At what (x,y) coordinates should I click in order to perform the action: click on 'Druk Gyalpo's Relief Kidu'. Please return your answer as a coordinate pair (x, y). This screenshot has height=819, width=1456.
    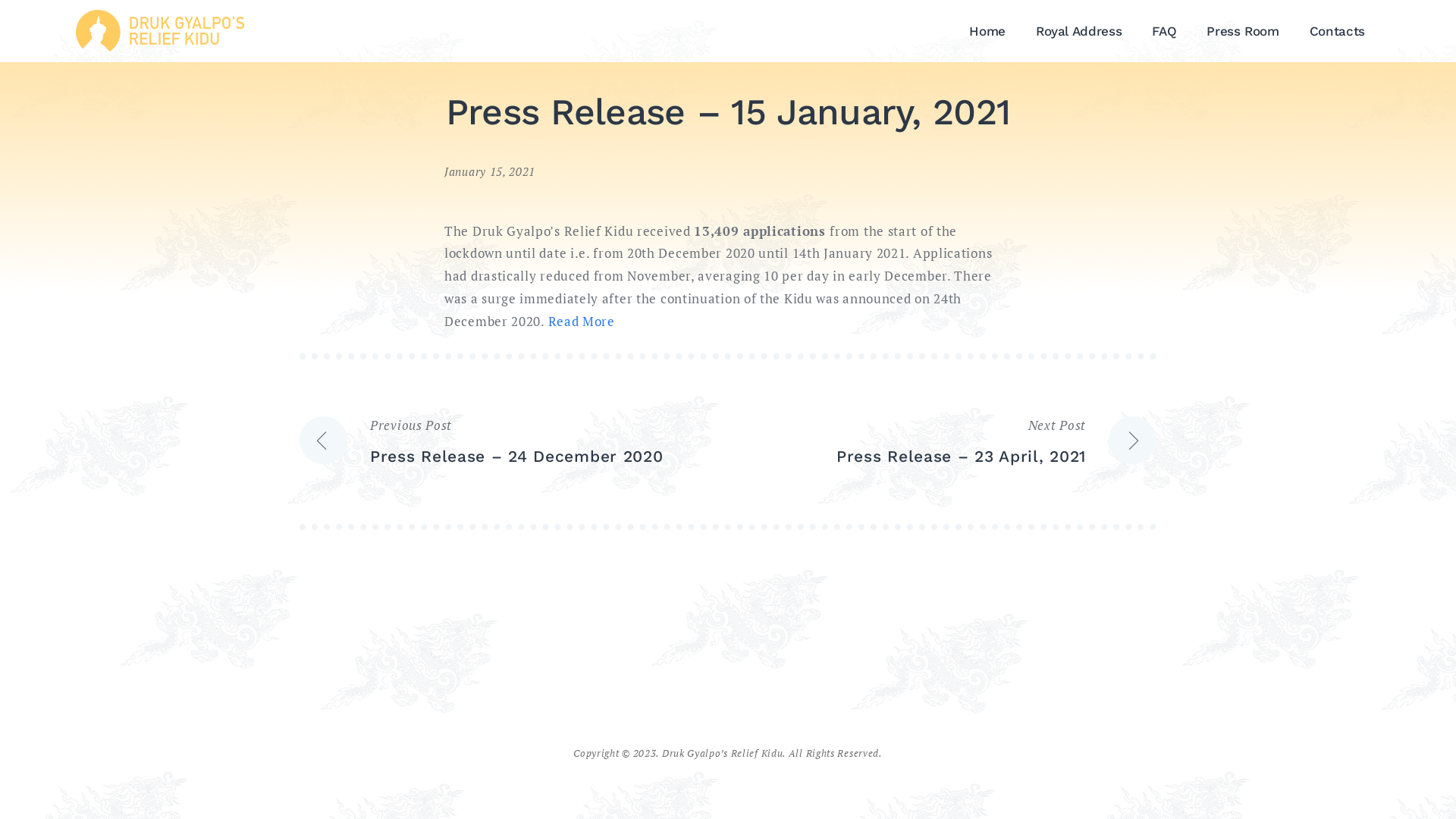
    Looking at the image, I should click on (154, 33).